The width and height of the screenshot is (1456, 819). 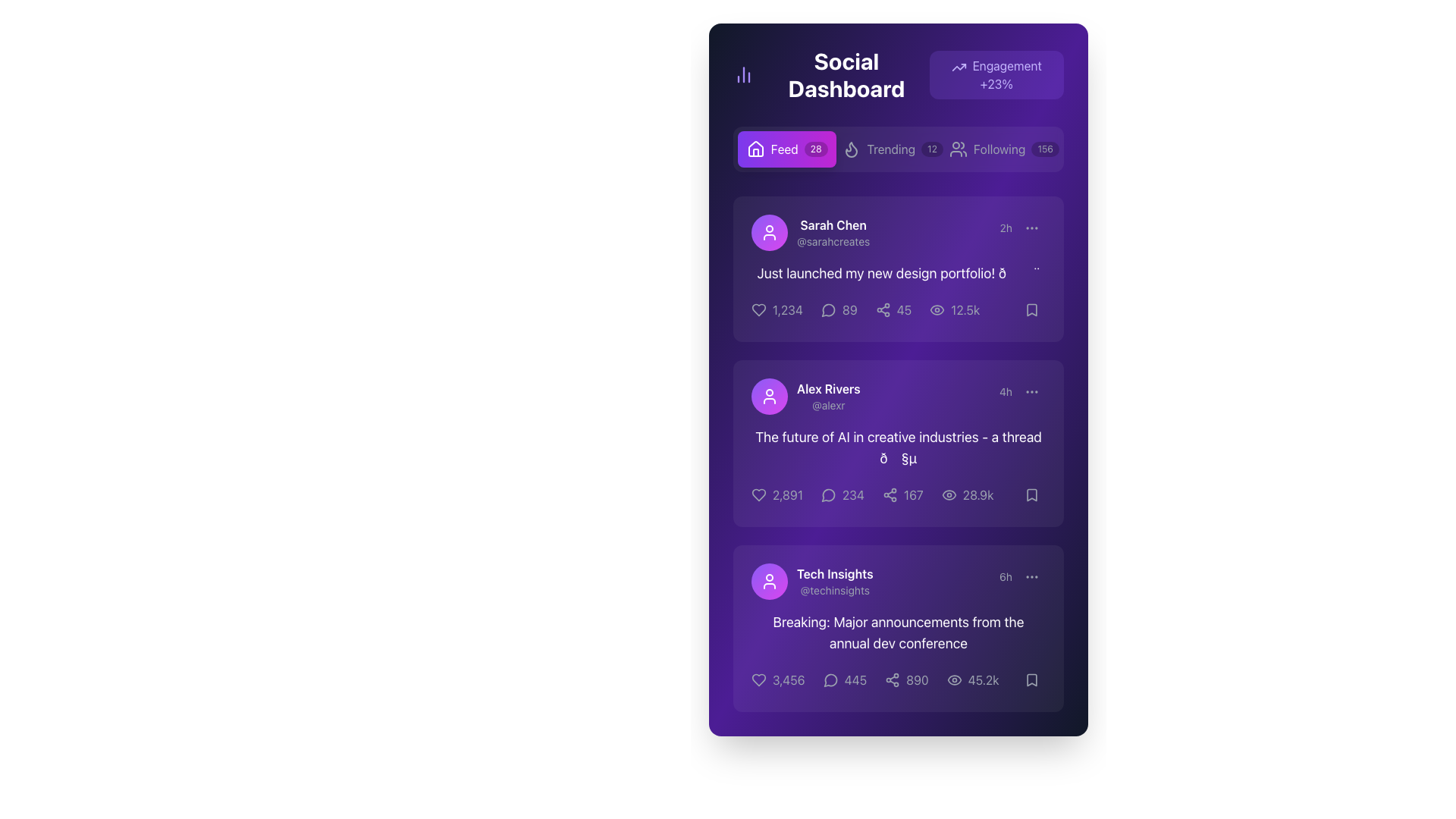 I want to click on the bookmark icon located at the top right corner of the first post card, so click(x=1031, y=309).